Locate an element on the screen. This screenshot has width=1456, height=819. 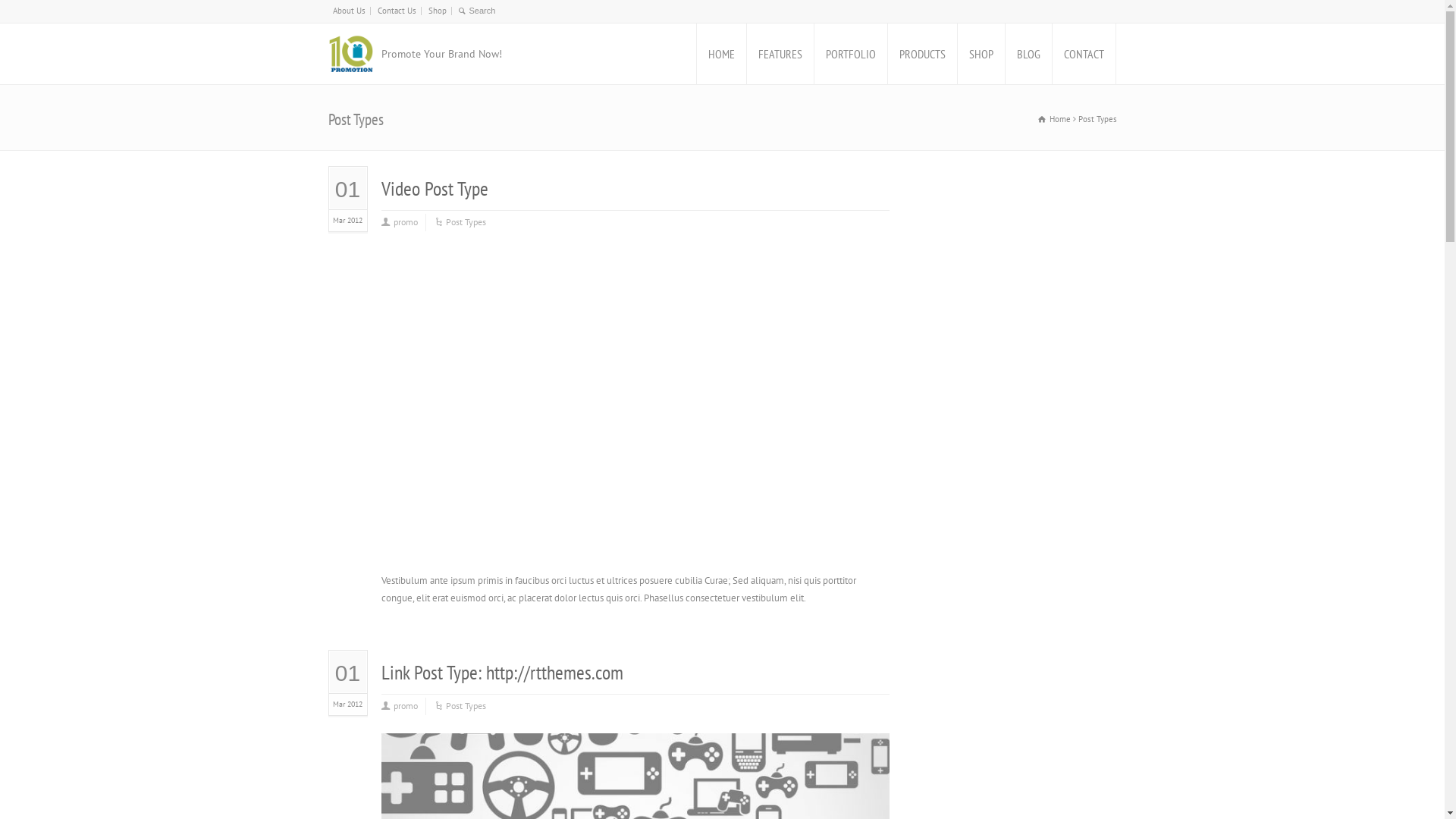
'Video Post Type' is located at coordinates (433, 187).